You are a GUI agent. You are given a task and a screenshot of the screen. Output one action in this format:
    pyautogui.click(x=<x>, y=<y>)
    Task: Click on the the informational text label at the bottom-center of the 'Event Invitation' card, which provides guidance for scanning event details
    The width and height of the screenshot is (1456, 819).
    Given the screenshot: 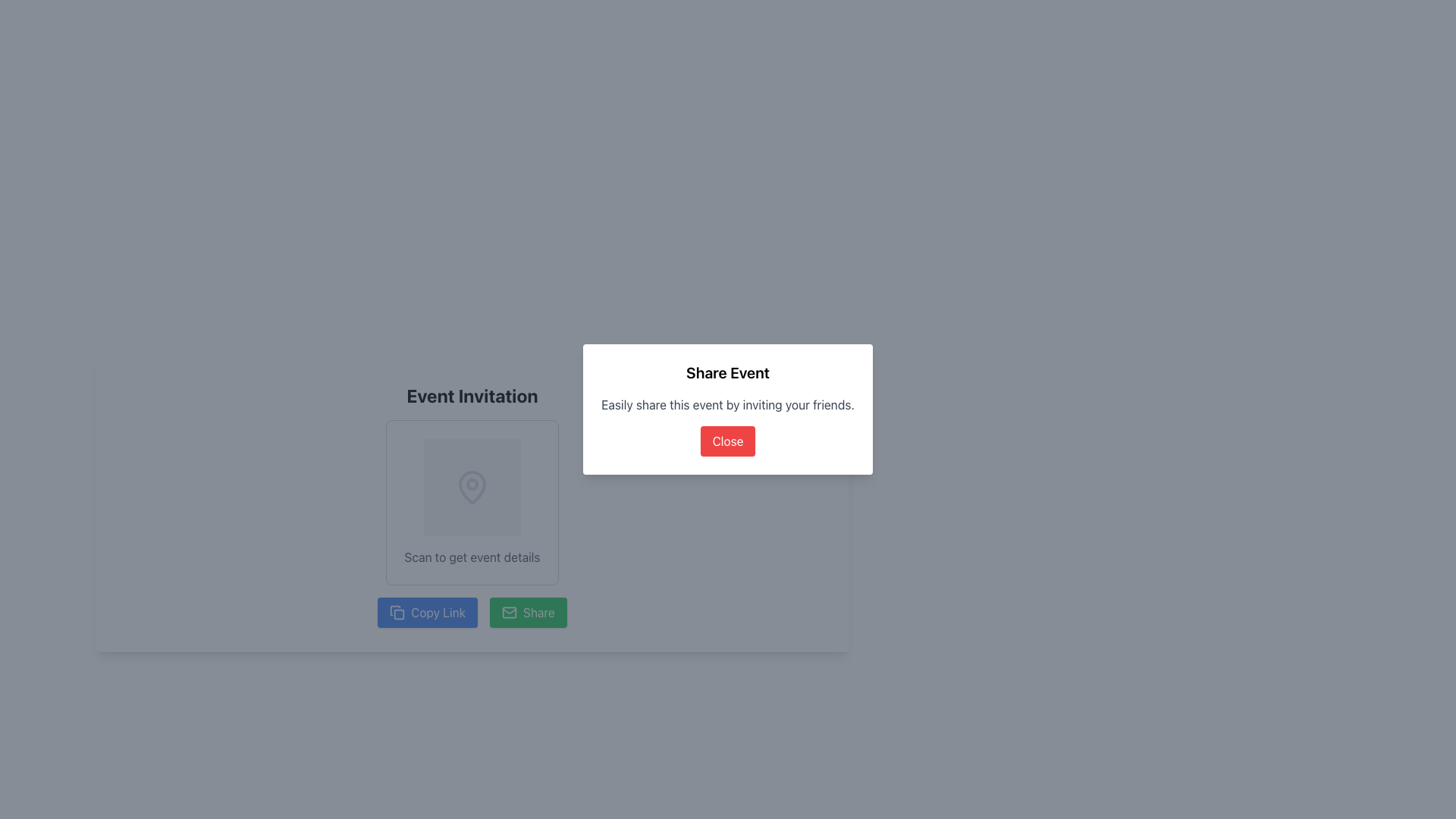 What is the action you would take?
    pyautogui.click(x=472, y=557)
    